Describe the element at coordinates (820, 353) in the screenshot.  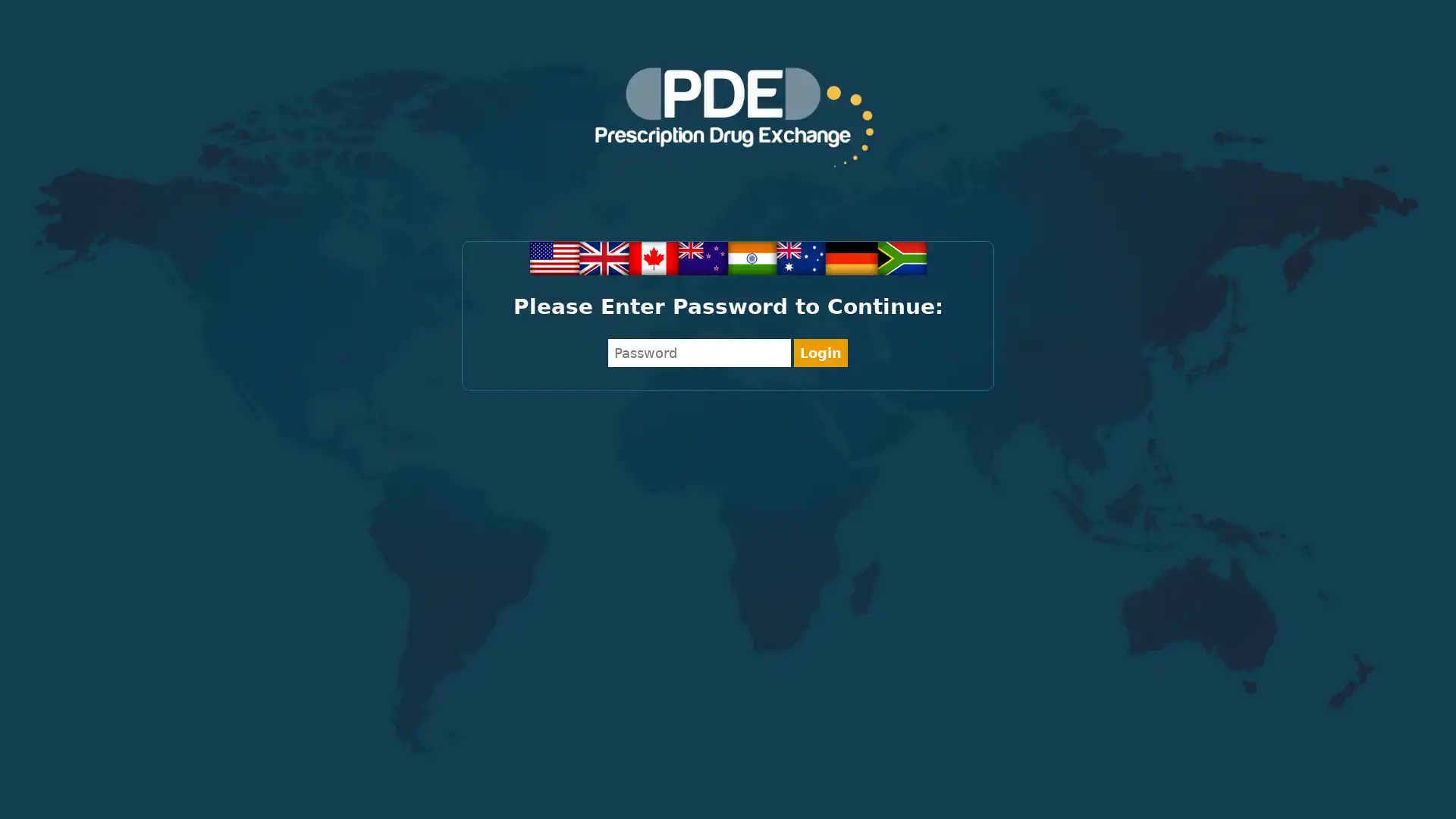
I see `Login` at that location.